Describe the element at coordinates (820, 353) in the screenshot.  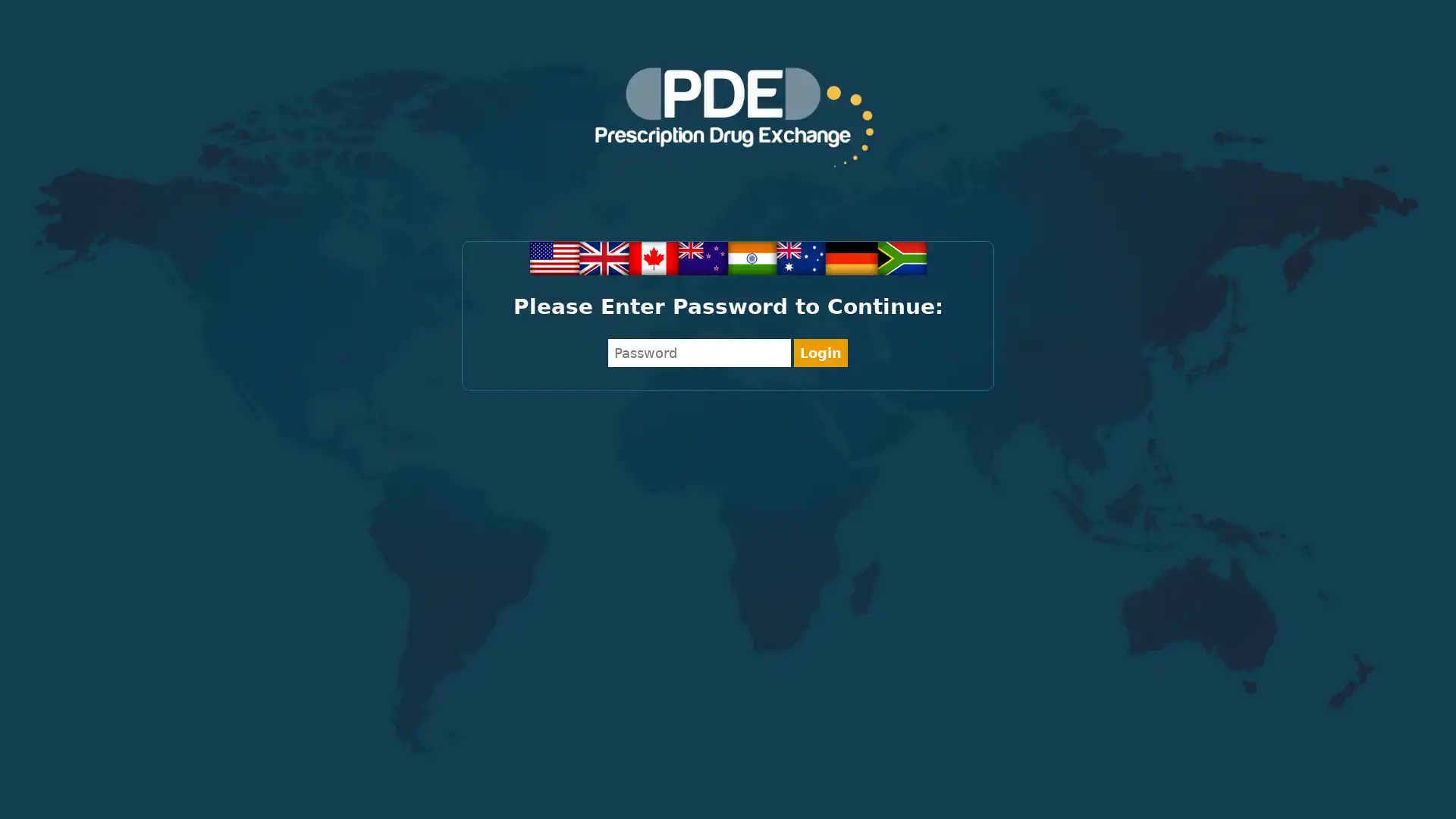
I see `Login` at that location.